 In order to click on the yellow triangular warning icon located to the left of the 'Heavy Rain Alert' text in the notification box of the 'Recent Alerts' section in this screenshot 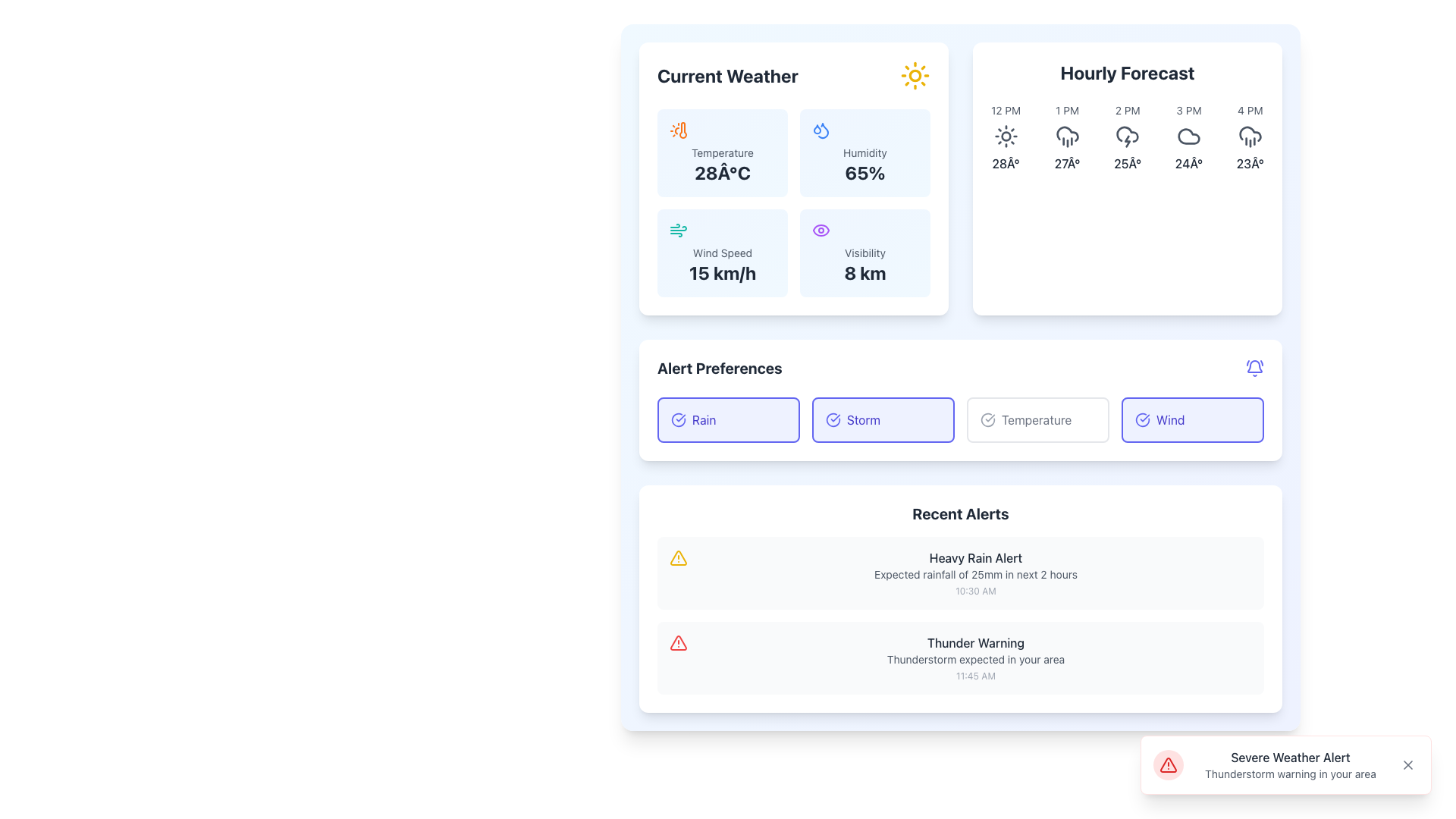, I will do `click(677, 558)`.